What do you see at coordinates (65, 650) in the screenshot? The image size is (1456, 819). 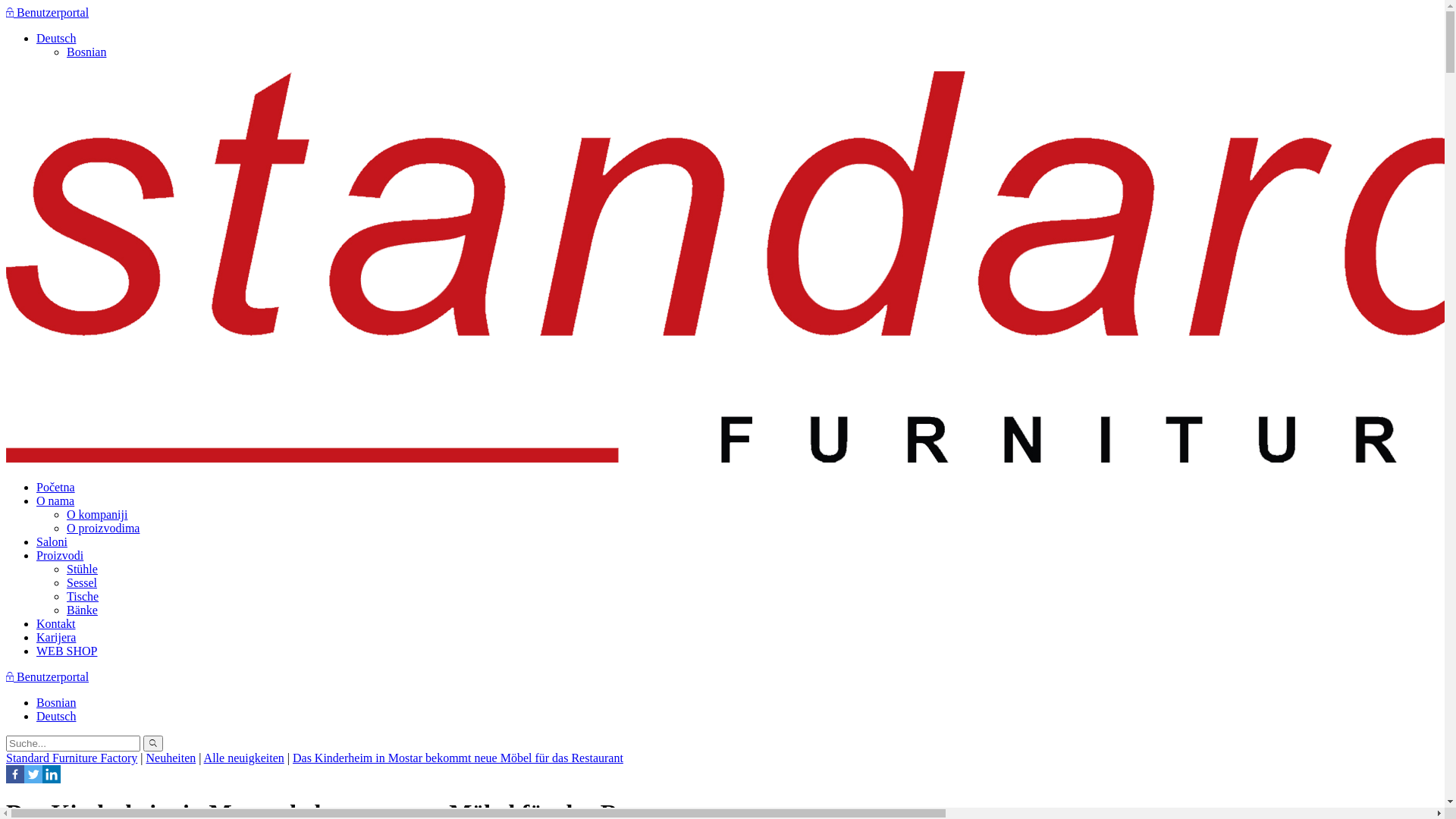 I see `'WEB SHOP'` at bounding box center [65, 650].